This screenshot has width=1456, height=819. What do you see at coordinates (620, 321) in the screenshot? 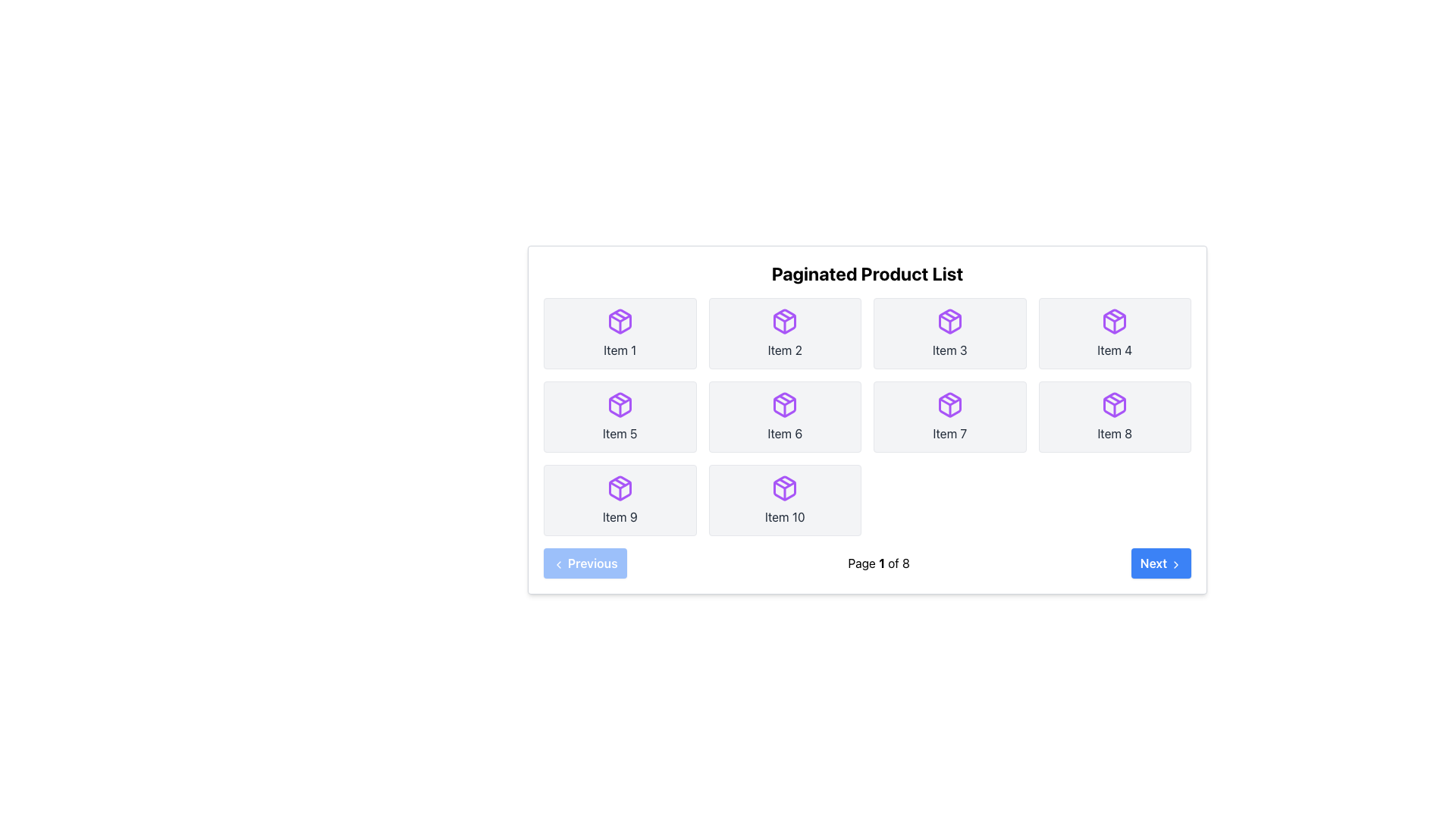
I see `the product icon that visually represents 'Item 1' in the top-left corner of the paginated product list` at bounding box center [620, 321].